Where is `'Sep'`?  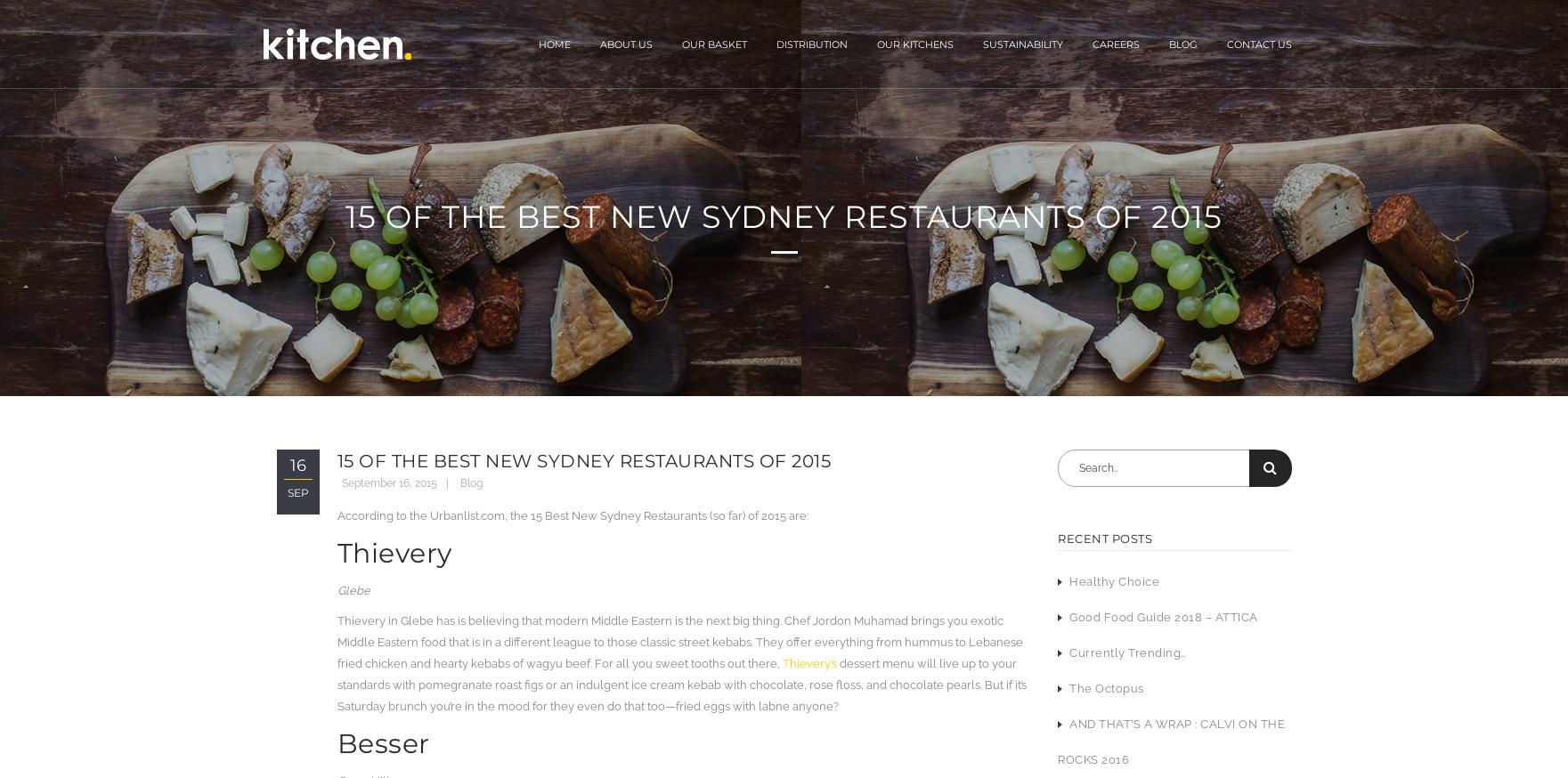
'Sep' is located at coordinates (297, 492).